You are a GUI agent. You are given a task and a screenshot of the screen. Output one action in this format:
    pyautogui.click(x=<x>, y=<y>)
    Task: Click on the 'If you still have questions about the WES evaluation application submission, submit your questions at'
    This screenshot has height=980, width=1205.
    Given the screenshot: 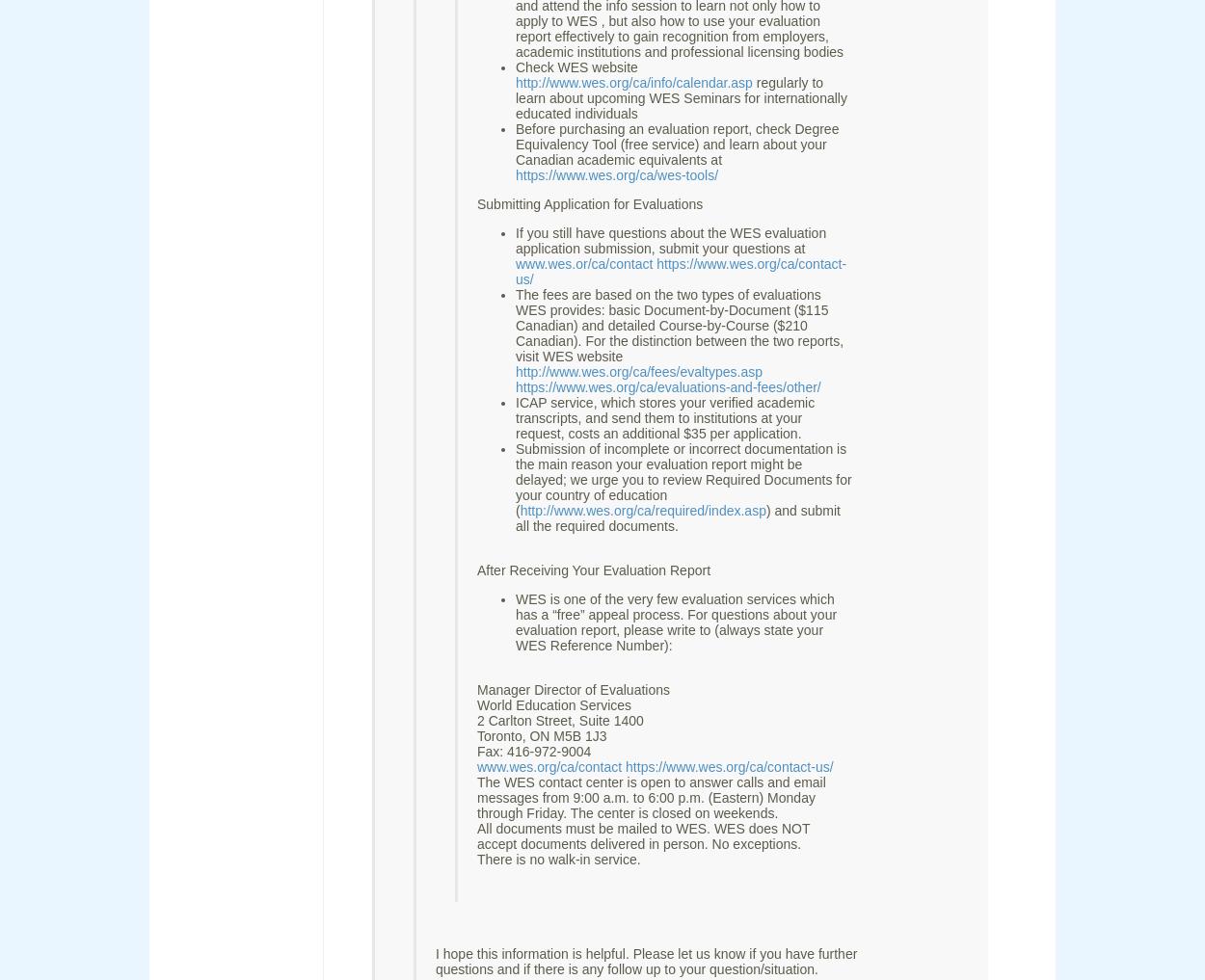 What is the action you would take?
    pyautogui.click(x=670, y=239)
    